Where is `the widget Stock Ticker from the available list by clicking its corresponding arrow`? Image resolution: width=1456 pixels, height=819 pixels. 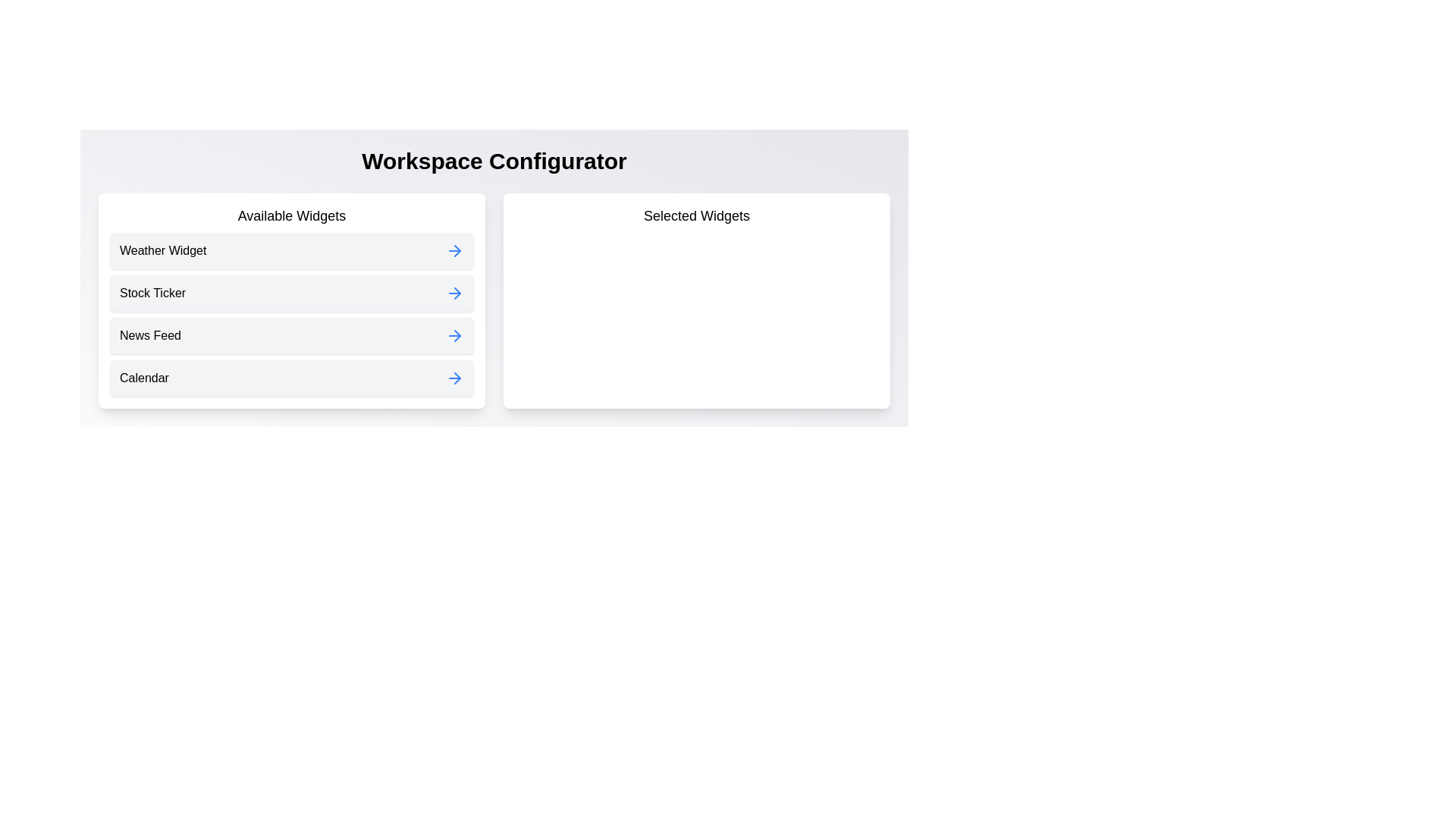 the widget Stock Ticker from the available list by clicking its corresponding arrow is located at coordinates (454, 293).